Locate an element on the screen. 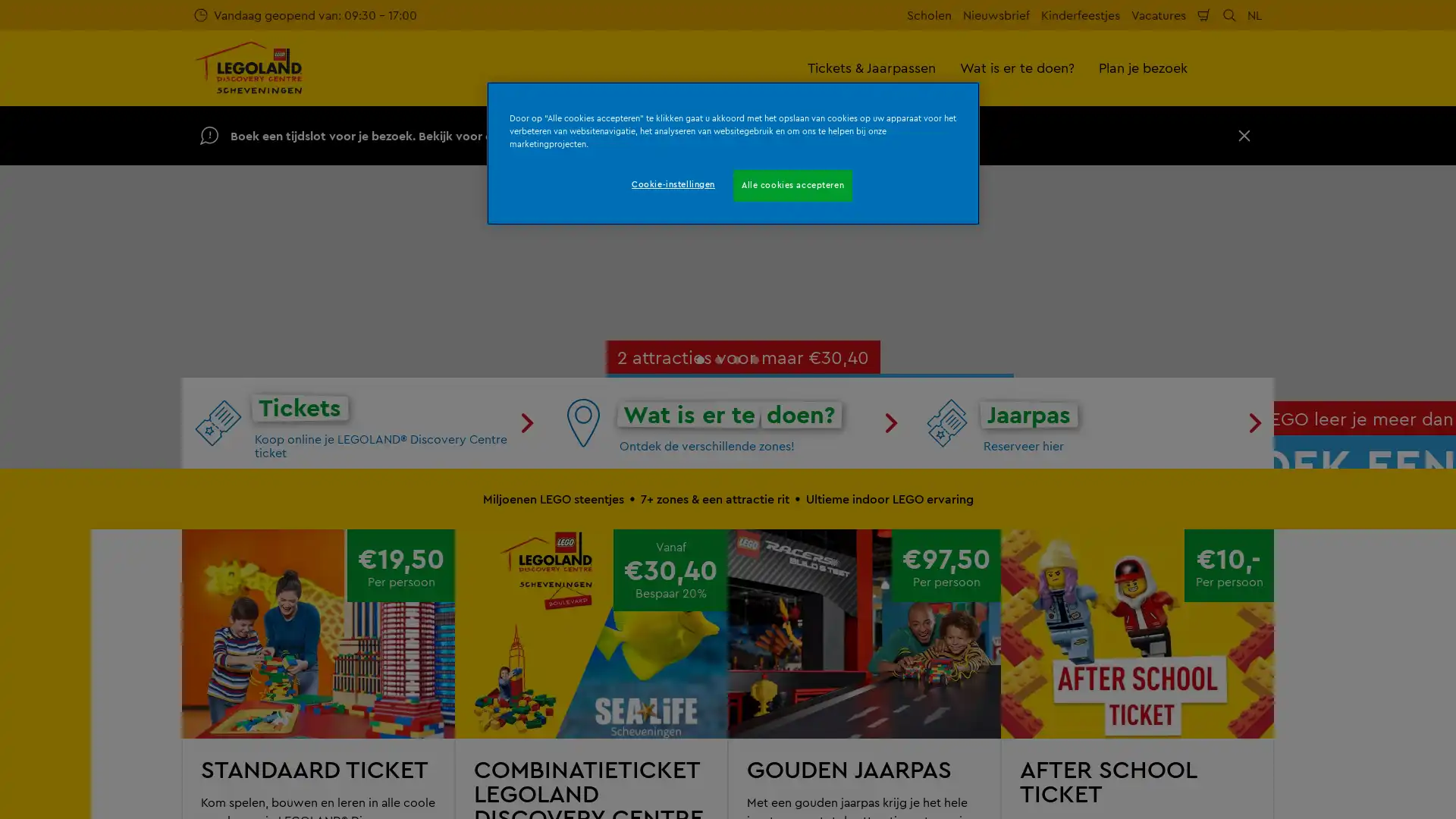 The image size is (1456, 819). Cookie-instellingen is located at coordinates (672, 184).